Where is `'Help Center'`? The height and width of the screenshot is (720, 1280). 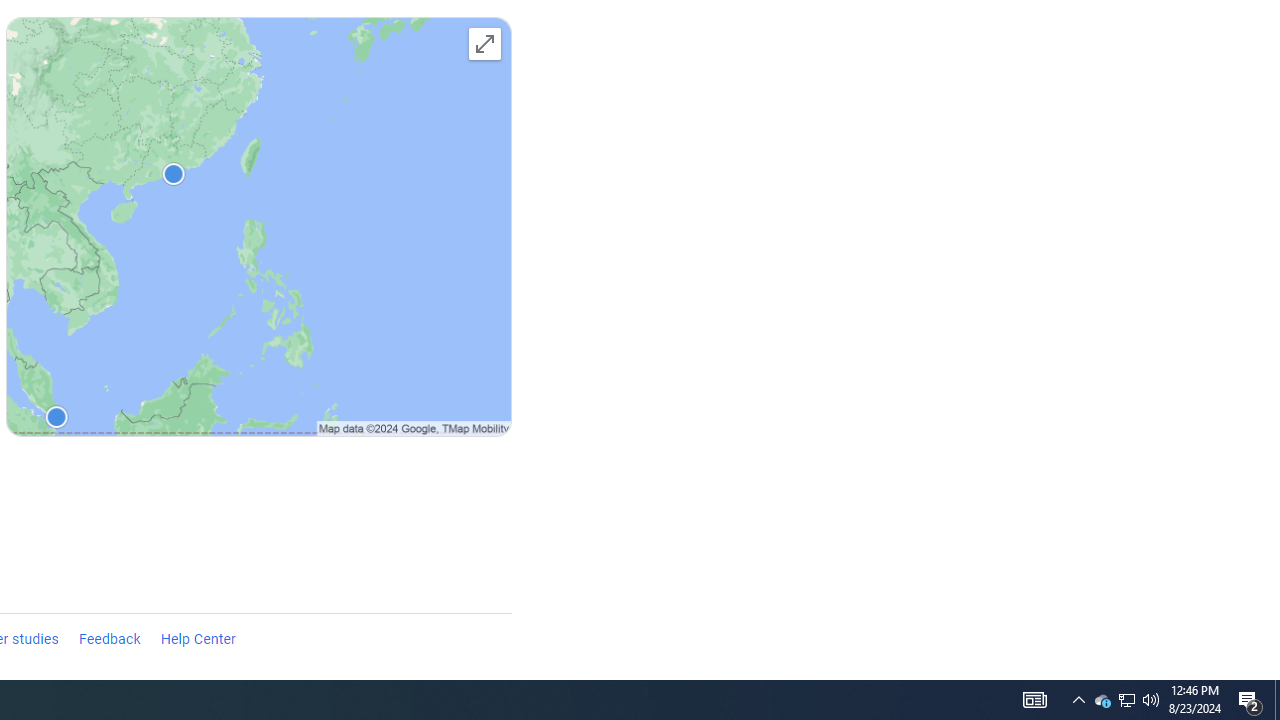
'Help Center' is located at coordinates (198, 640).